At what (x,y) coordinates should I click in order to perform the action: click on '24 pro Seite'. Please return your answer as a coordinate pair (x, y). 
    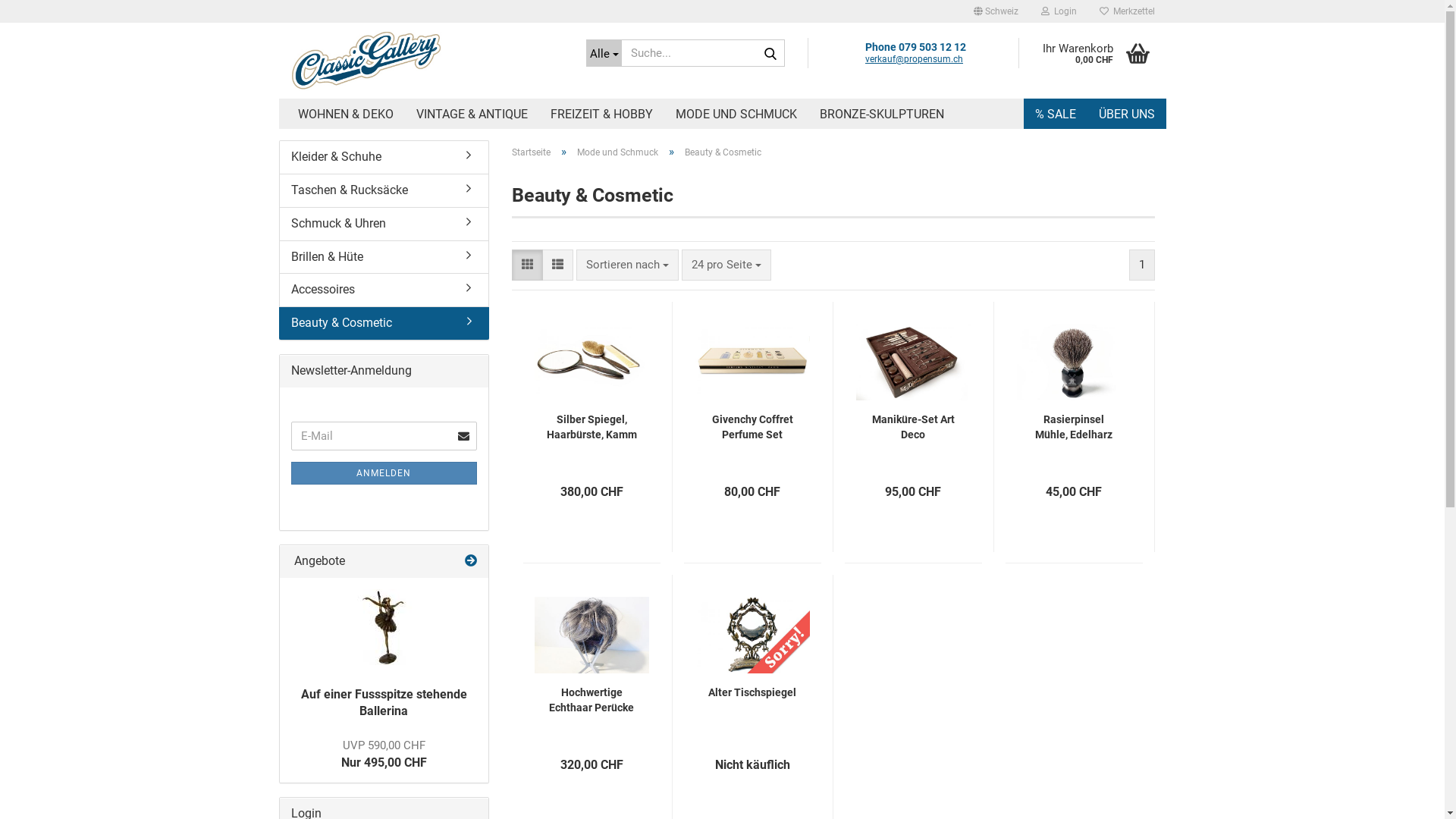
    Looking at the image, I should click on (726, 264).